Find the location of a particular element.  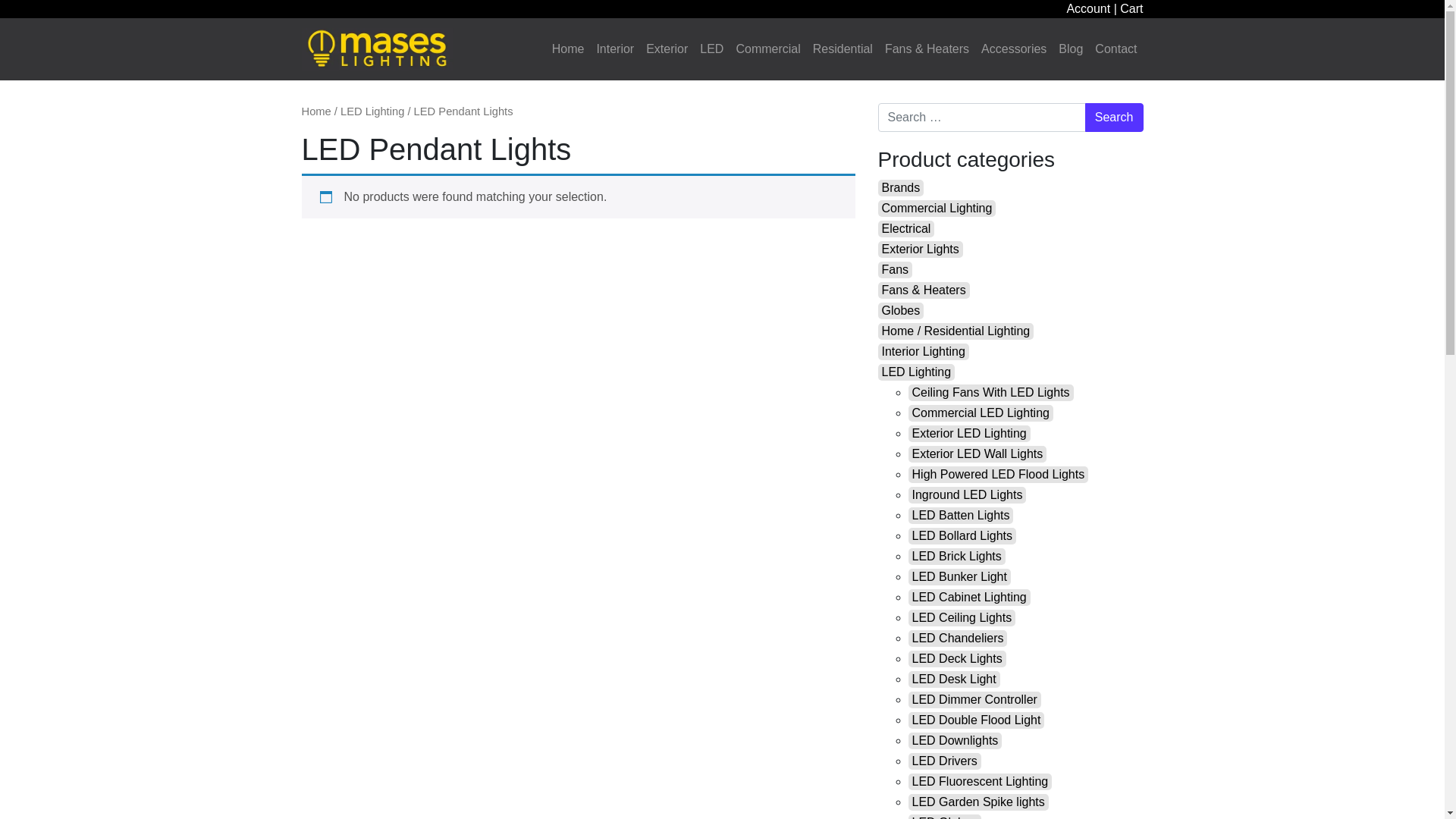

'Interior' is located at coordinates (615, 49).